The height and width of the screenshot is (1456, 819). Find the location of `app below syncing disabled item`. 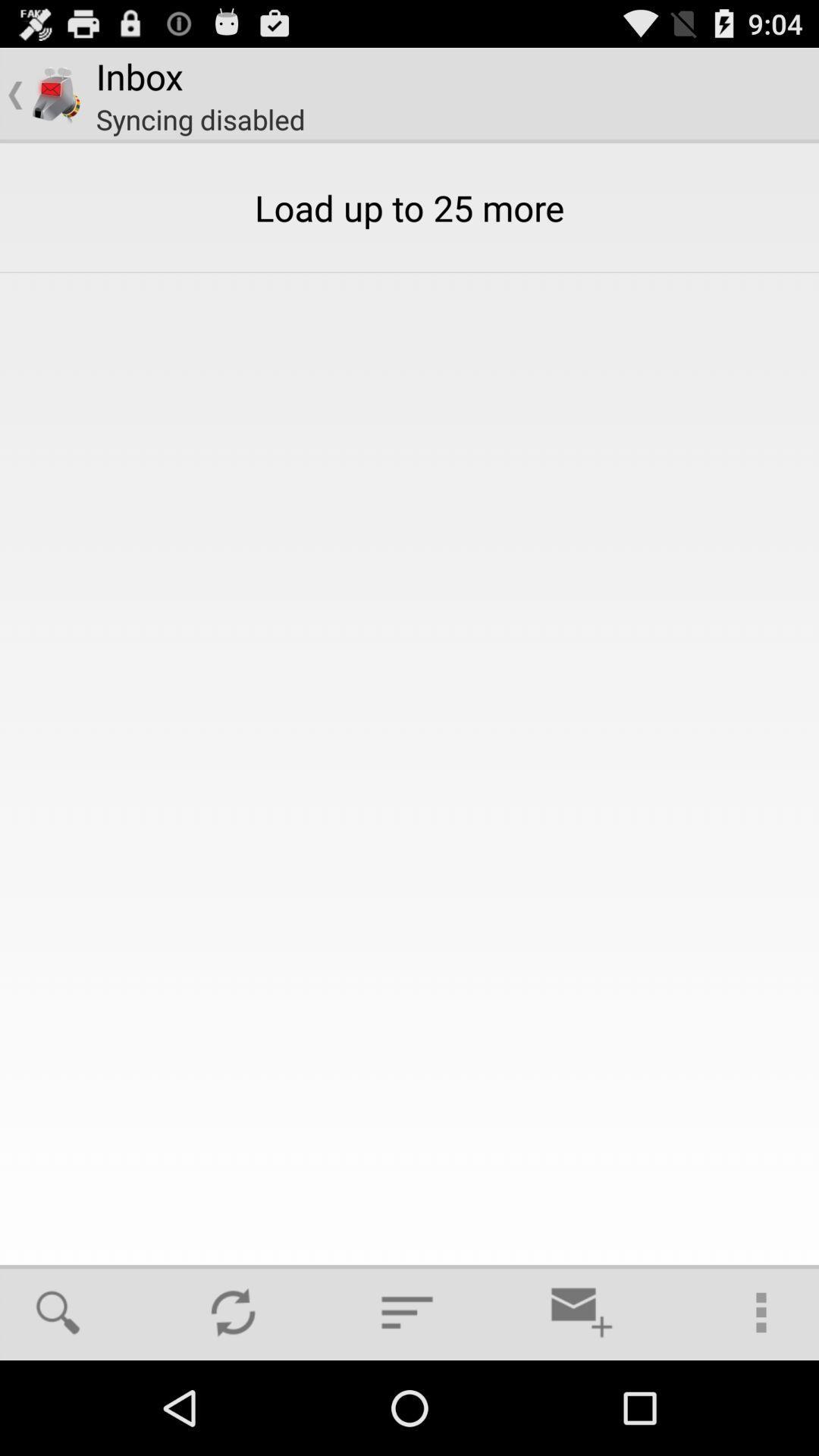

app below syncing disabled item is located at coordinates (73, 1312).